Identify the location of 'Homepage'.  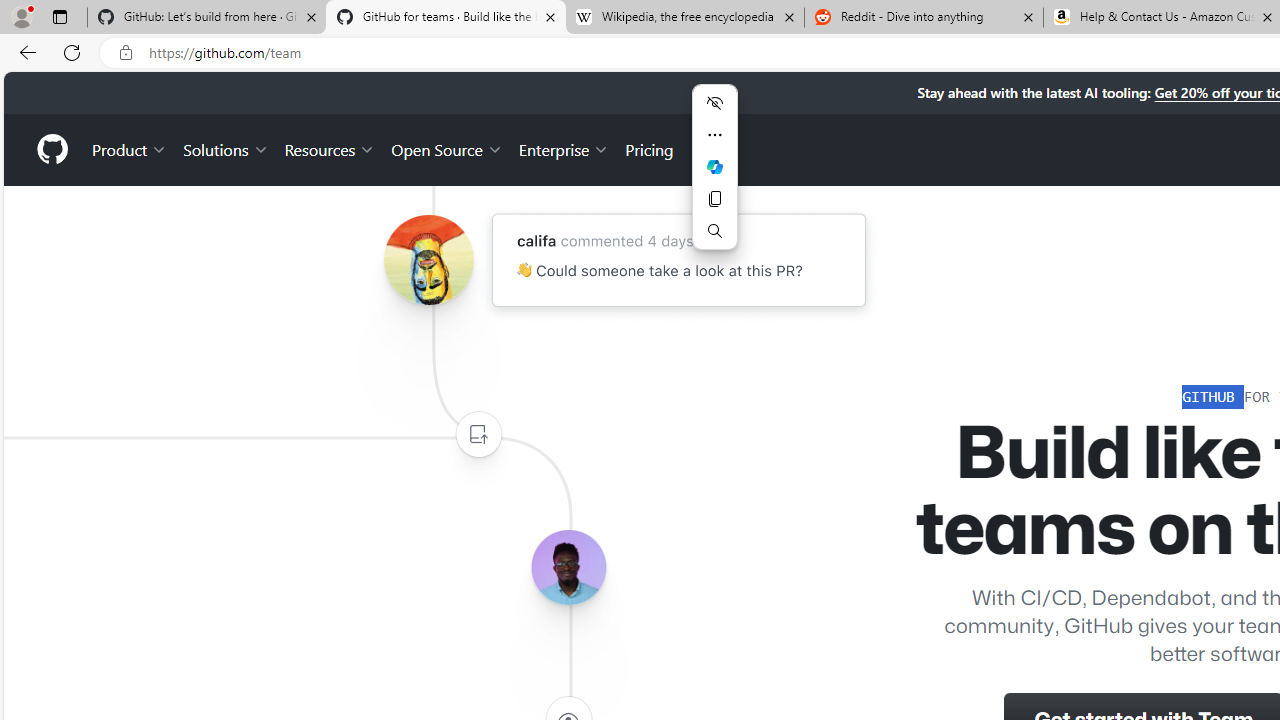
(51, 148).